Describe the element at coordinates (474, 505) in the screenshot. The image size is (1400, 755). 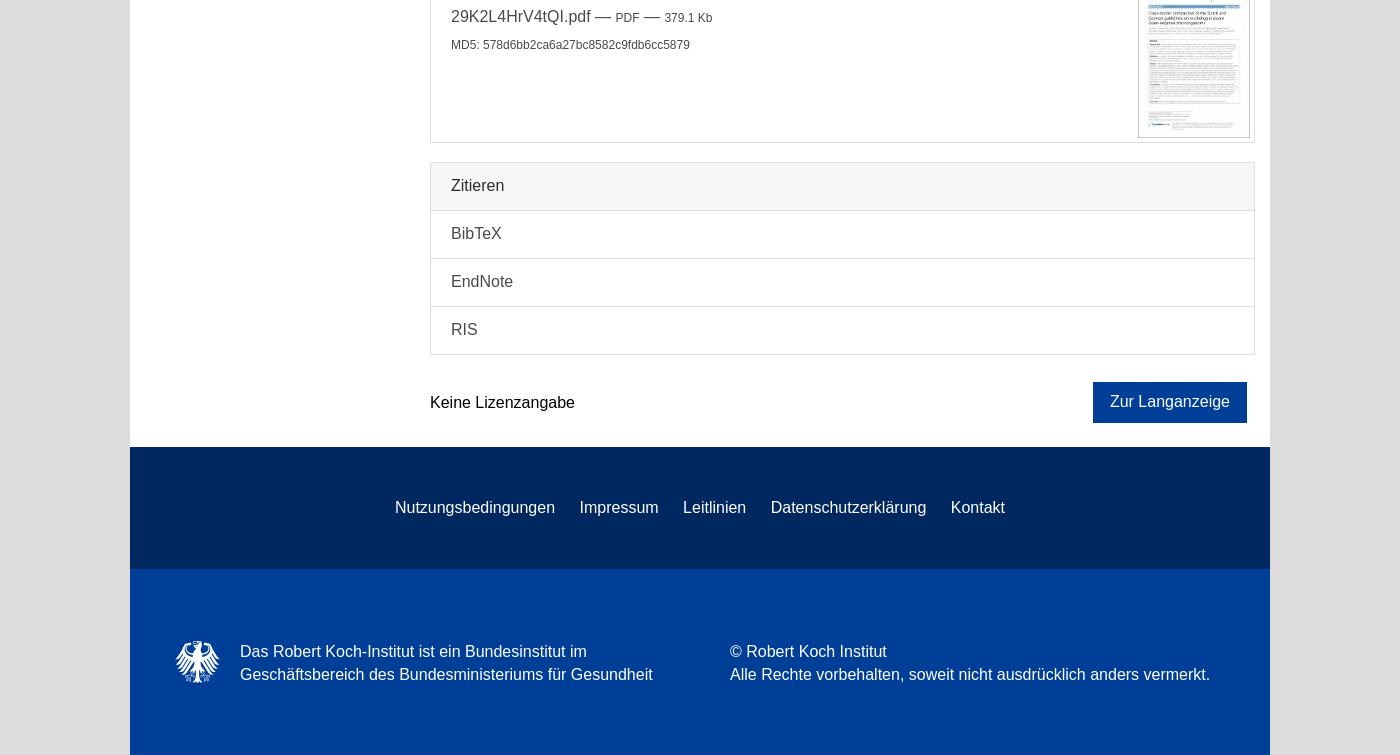
I see `'Nutzungsbedingungen'` at that location.